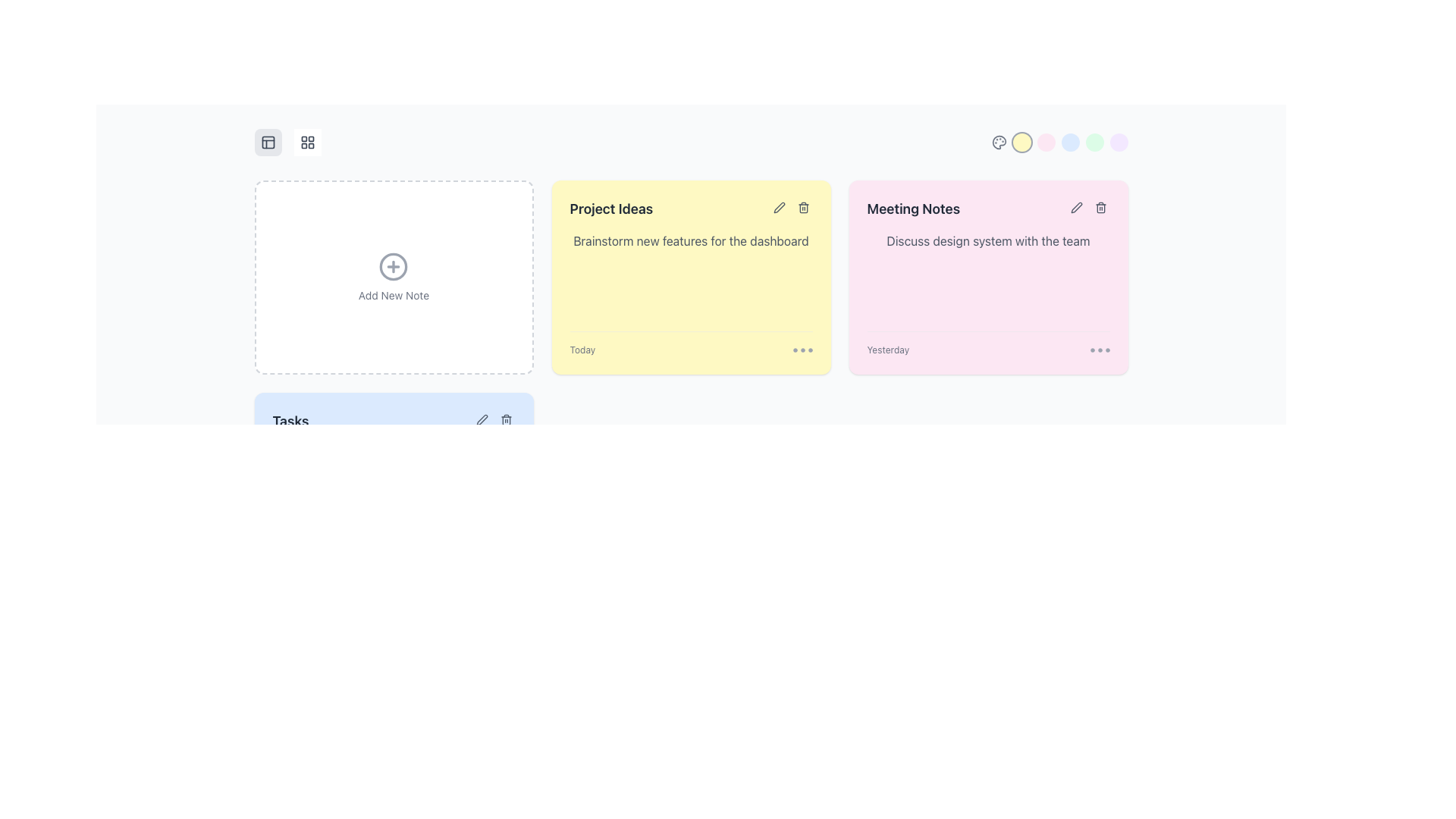  Describe the element at coordinates (506, 420) in the screenshot. I see `the trash icon button in the bottom-right corner of the 'Tasks' section` at that location.